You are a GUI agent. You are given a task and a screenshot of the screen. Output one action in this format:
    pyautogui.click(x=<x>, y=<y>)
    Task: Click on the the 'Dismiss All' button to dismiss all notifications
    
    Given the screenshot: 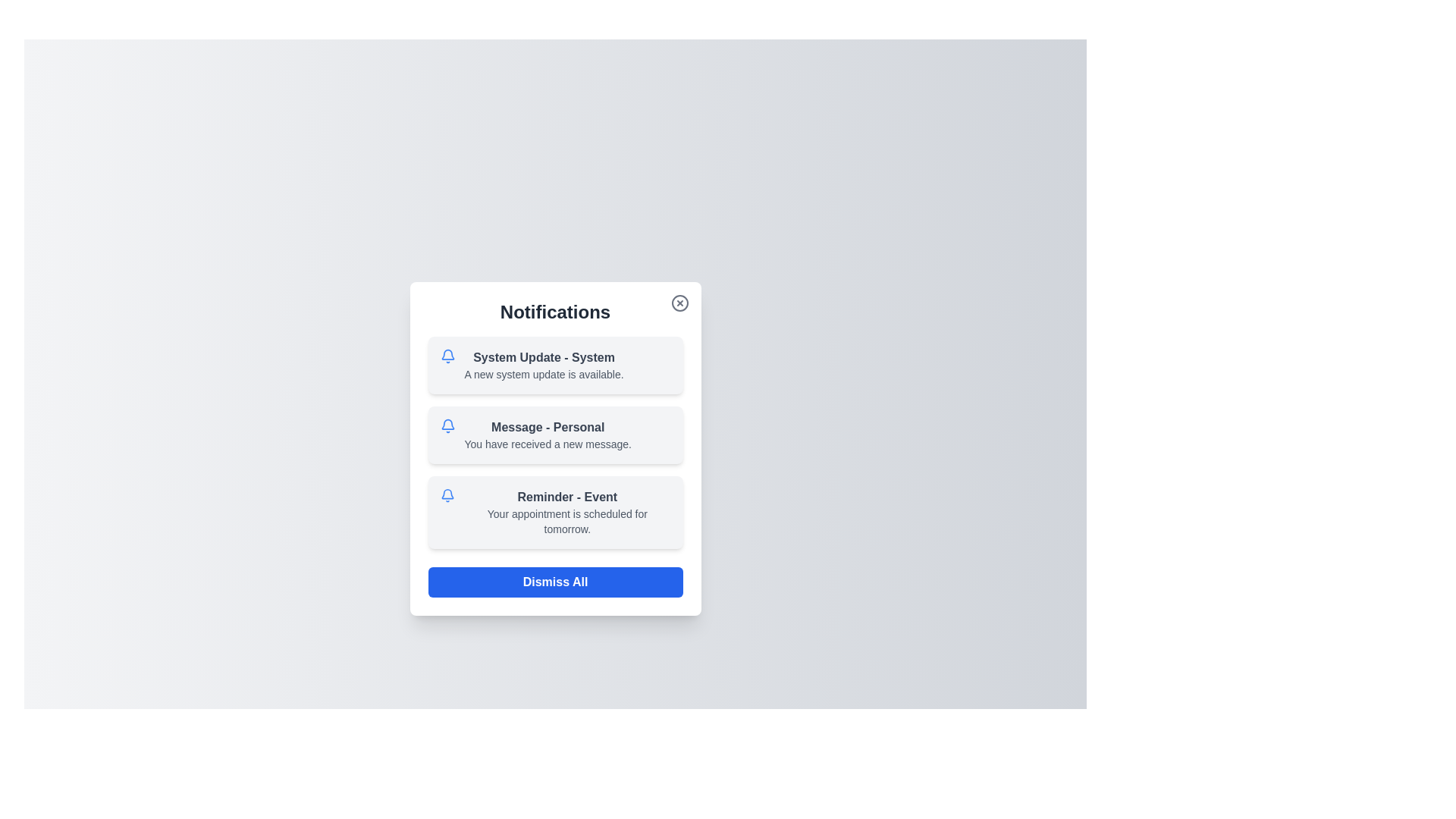 What is the action you would take?
    pyautogui.click(x=554, y=581)
    